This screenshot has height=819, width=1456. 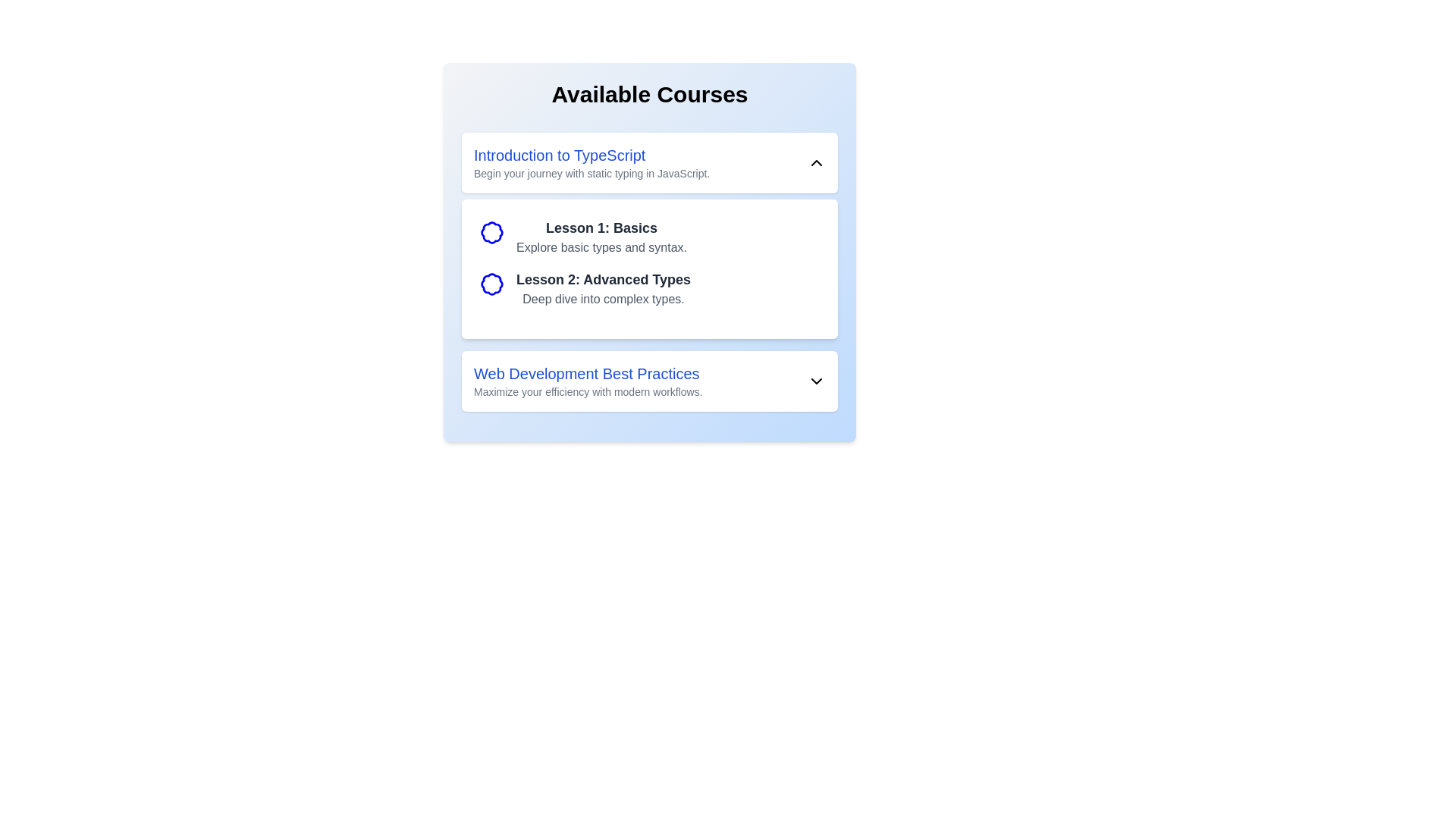 What do you see at coordinates (601, 247) in the screenshot?
I see `text 'Explore basic types and syntax.' located in the second section of the course list, directly below the section headline in 'Lesson 1: Basics'` at bounding box center [601, 247].